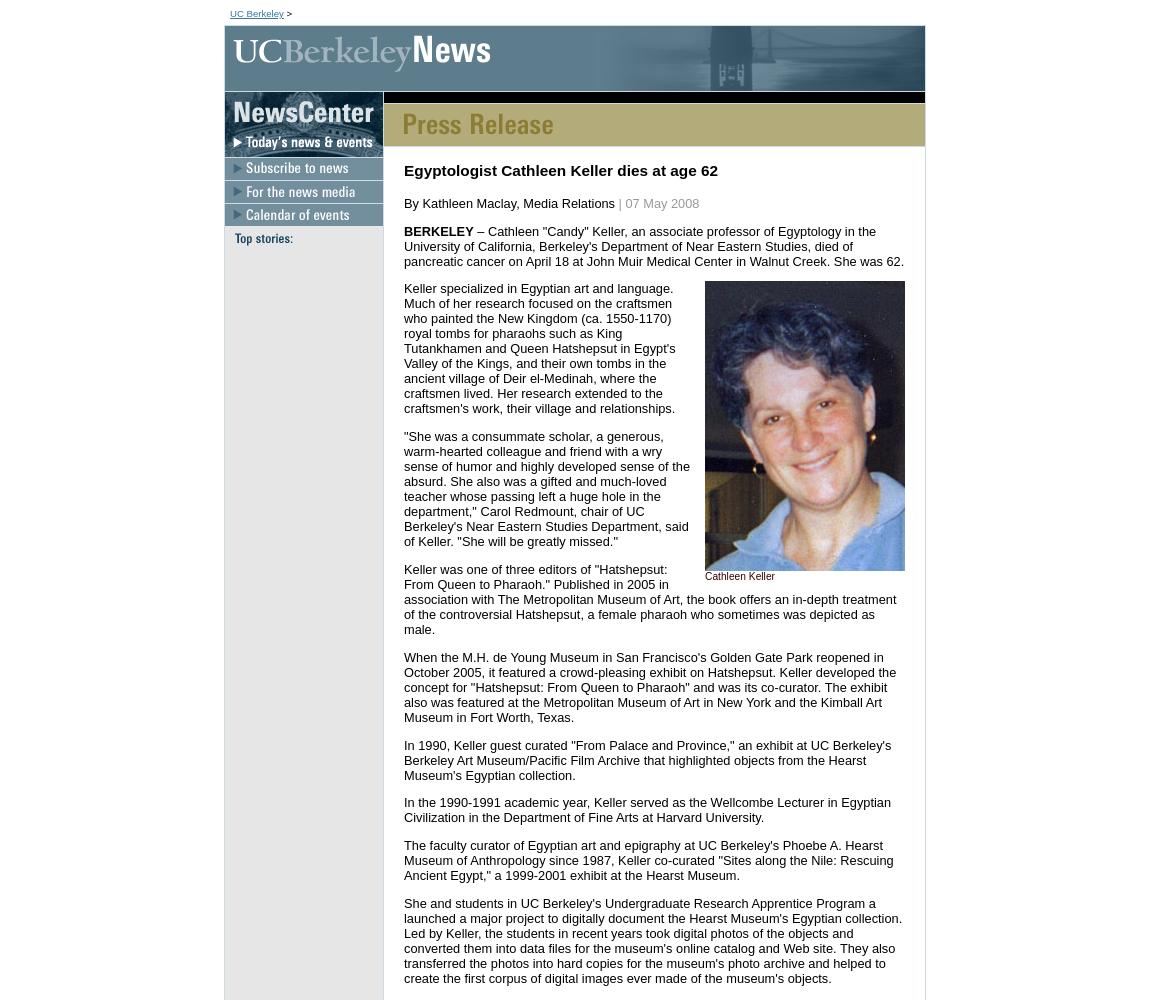  What do you see at coordinates (286, 13) in the screenshot?
I see `'>'` at bounding box center [286, 13].